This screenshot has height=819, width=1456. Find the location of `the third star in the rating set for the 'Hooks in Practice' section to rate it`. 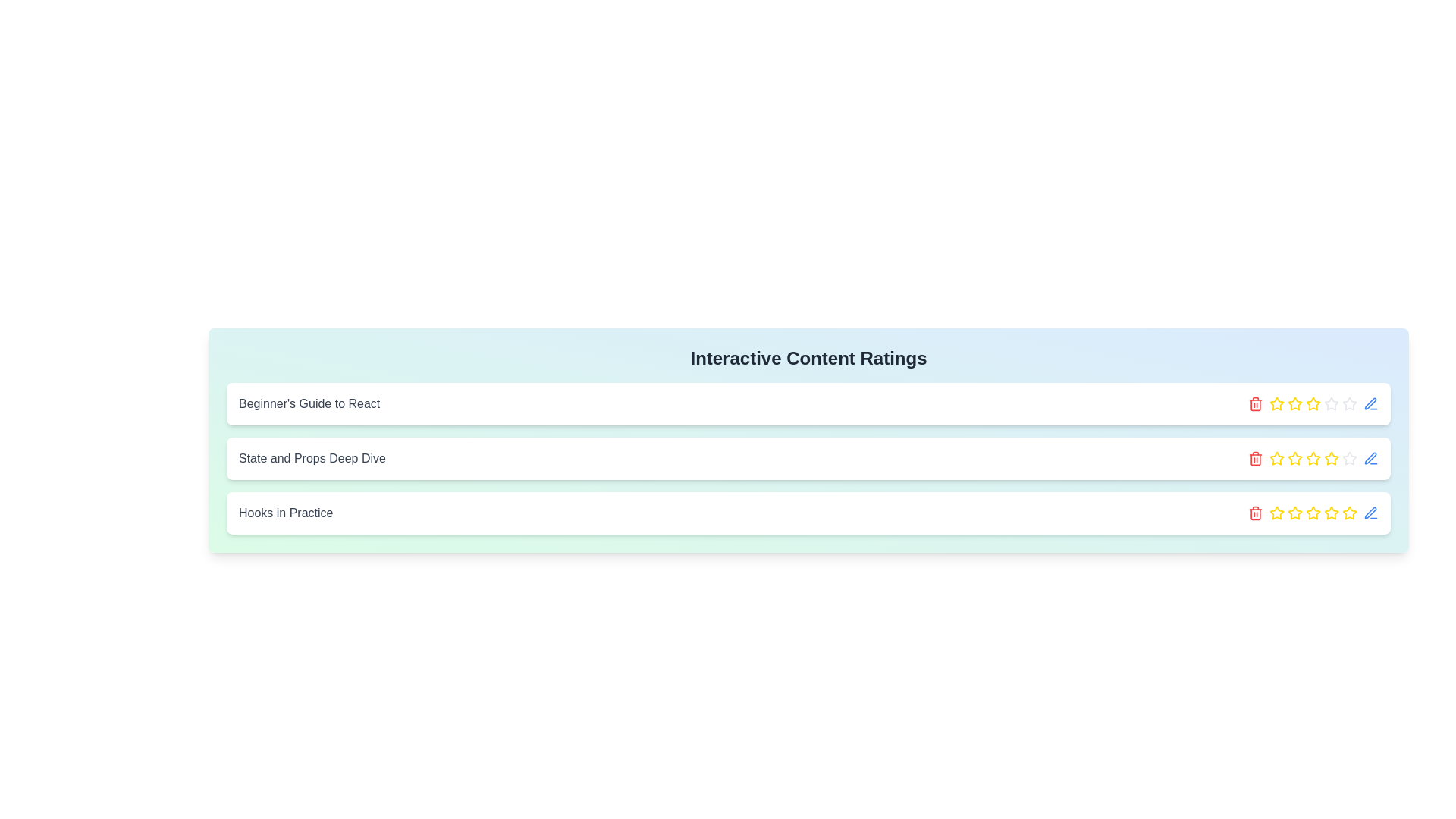

the third star in the rating set for the 'Hooks in Practice' section to rate it is located at coordinates (1313, 512).